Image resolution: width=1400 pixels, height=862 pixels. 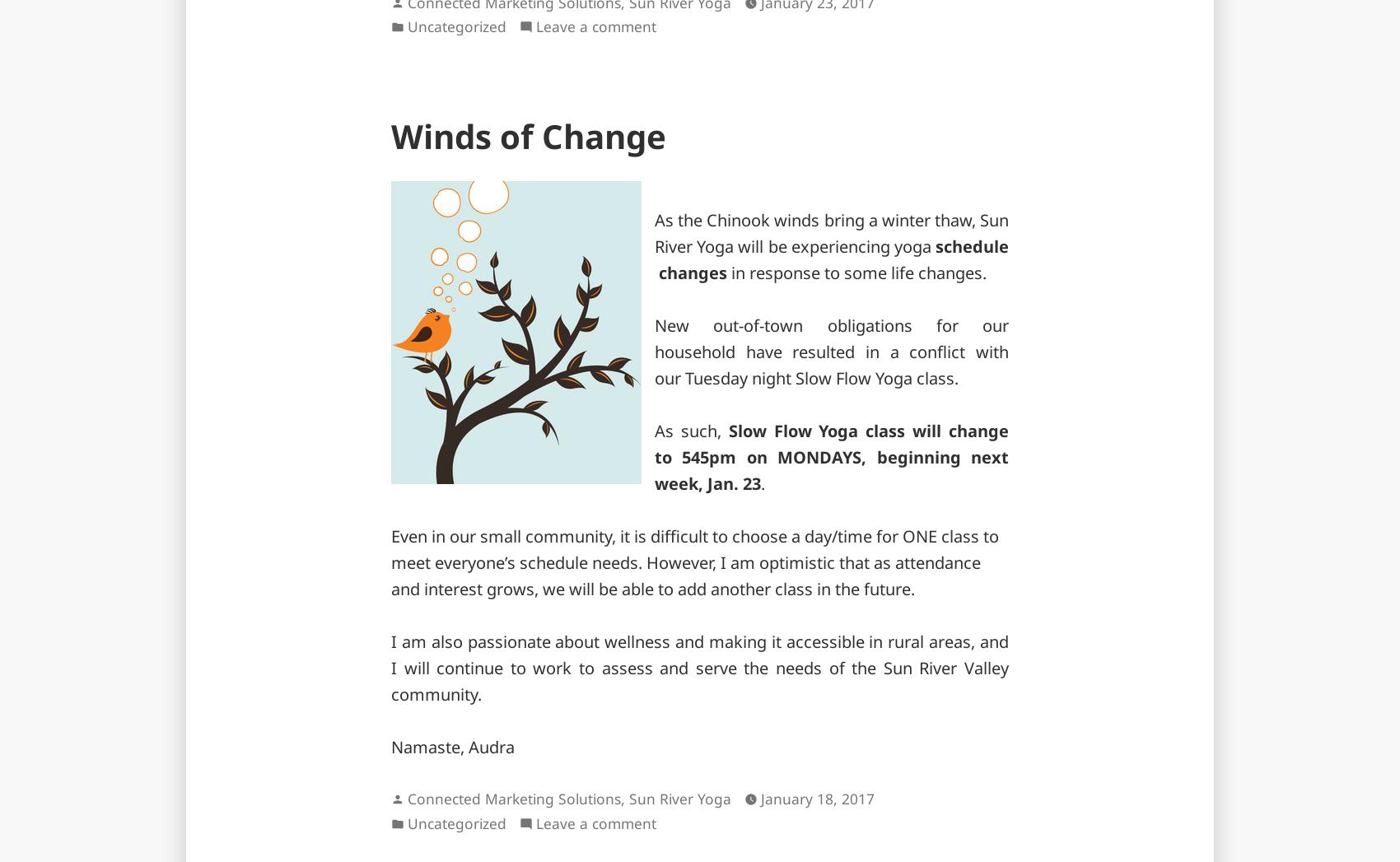 I want to click on 'Winds of Change', so click(x=528, y=135).